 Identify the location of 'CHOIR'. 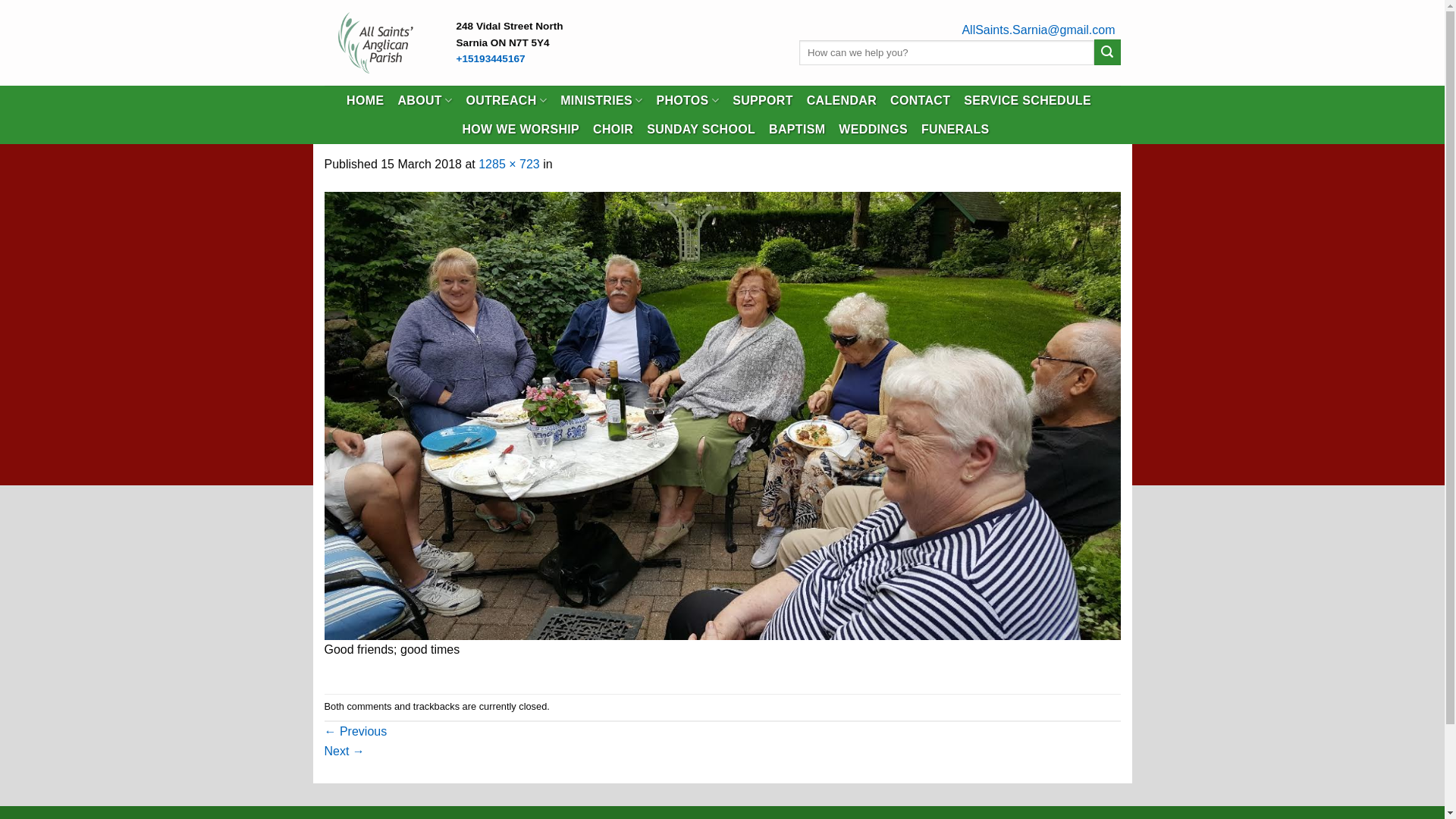
(592, 128).